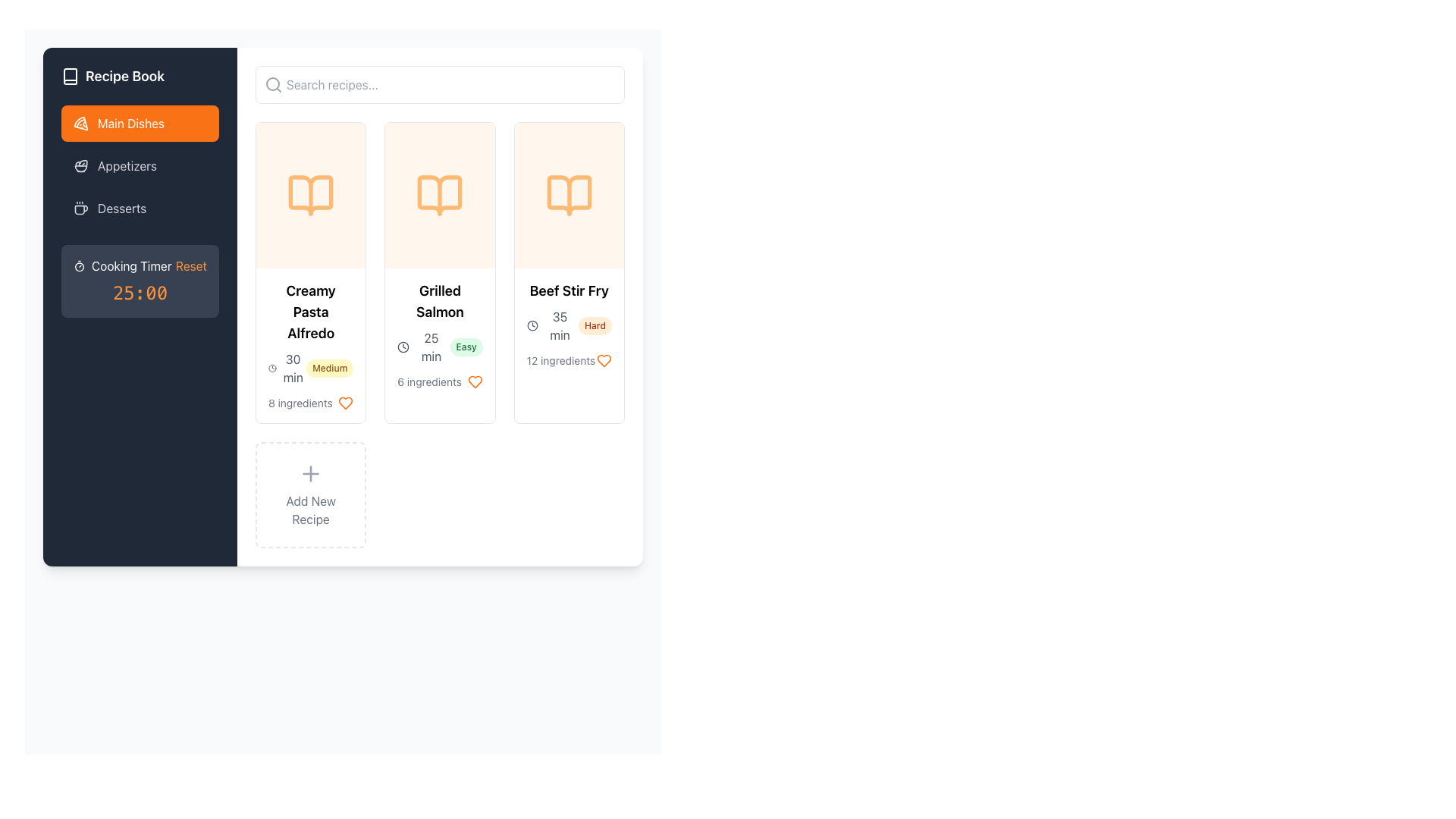  What do you see at coordinates (310, 369) in the screenshot?
I see `the informational label grouping displaying the estimated cooking time and difficulty level under the recipe title 'Creamy Pasta Alfredo'` at bounding box center [310, 369].